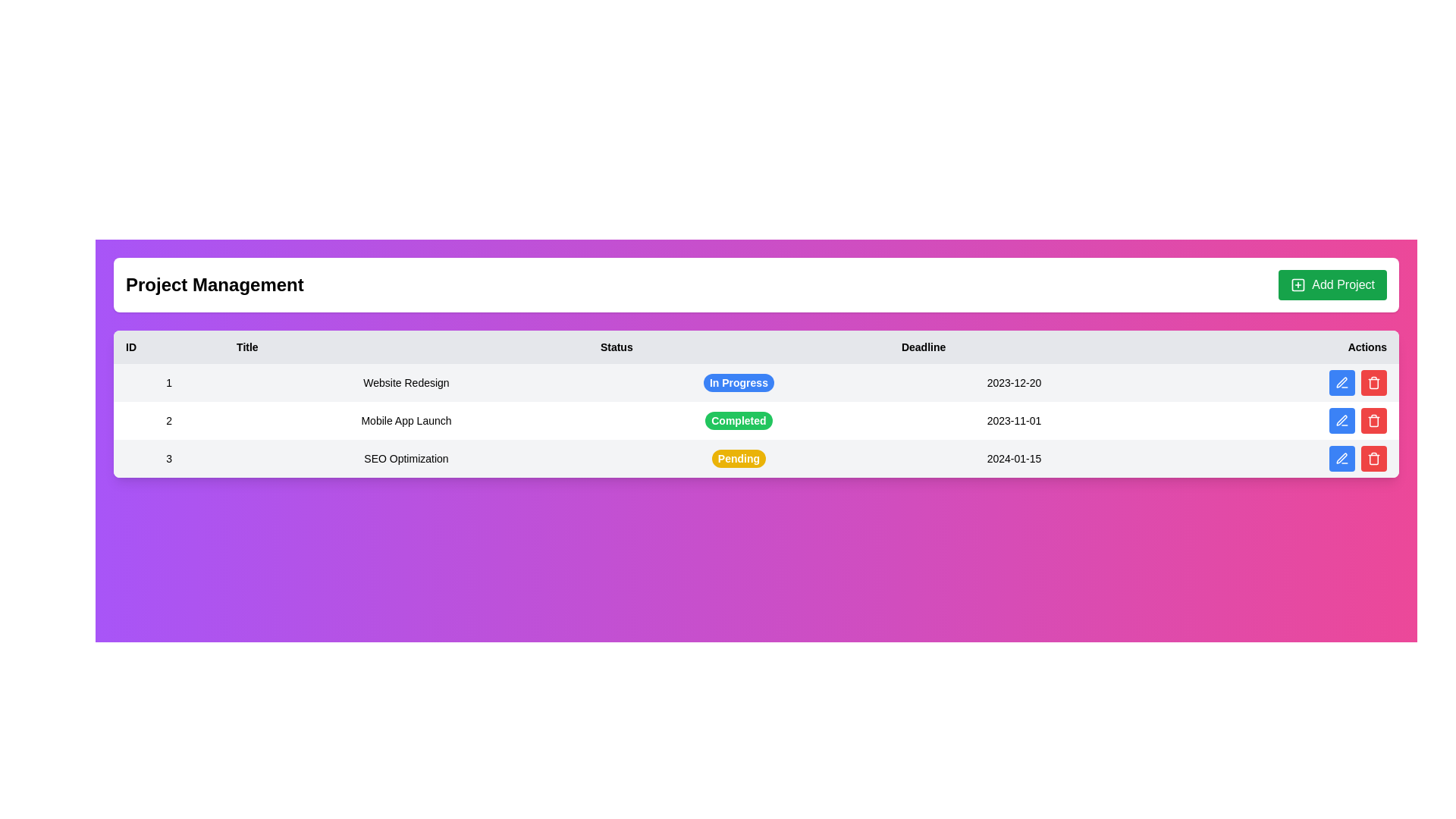 Image resolution: width=1456 pixels, height=819 pixels. I want to click on the blue rectangular button with rounded edges and a white pencil icon in the 'Actions' column for the entry 'Mobile App Launch', so click(1342, 421).